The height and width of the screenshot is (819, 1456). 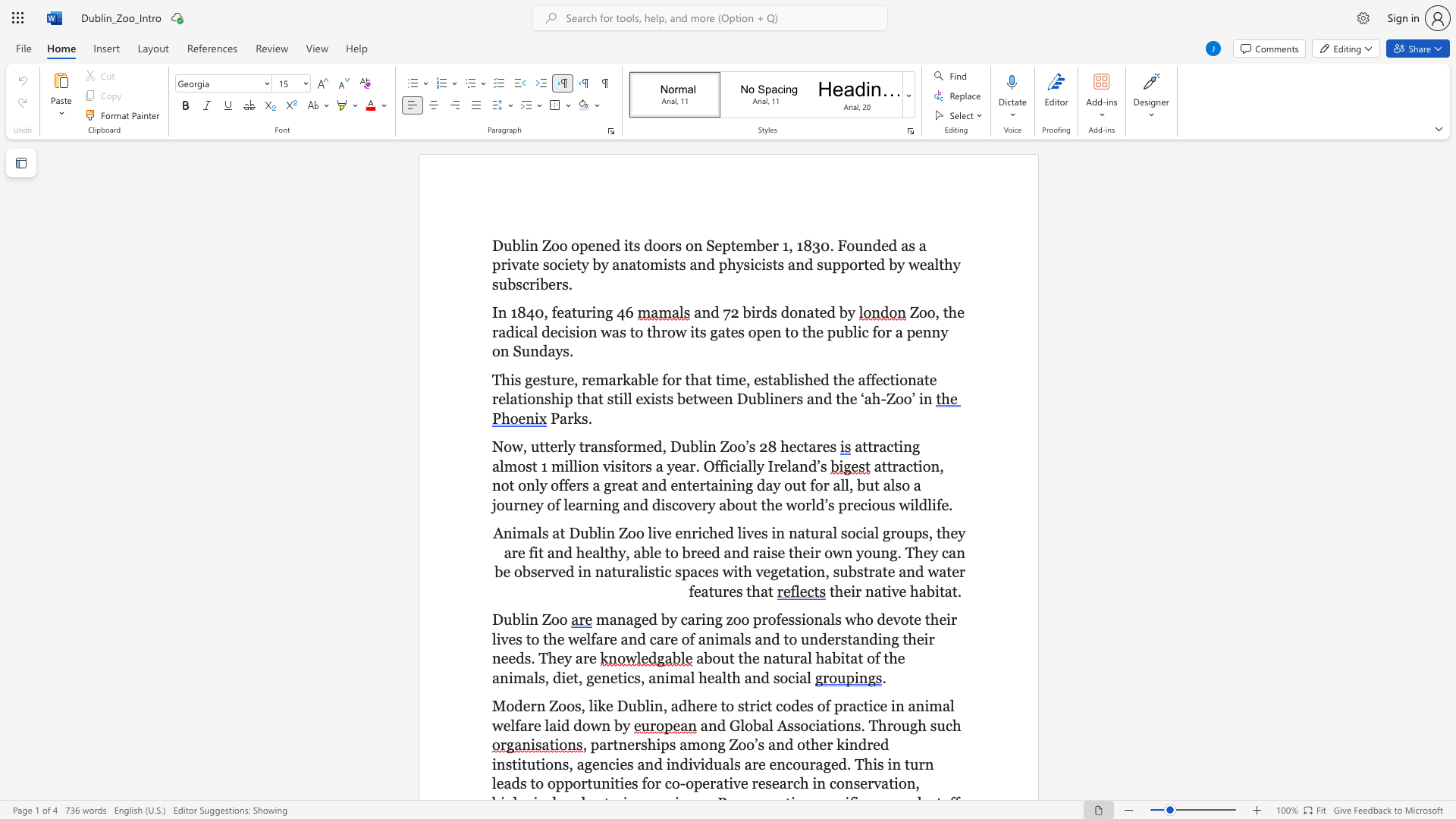 What do you see at coordinates (500, 351) in the screenshot?
I see `the subset text "n Sundays" within the text "Zoo, the radical decision was to throw its gates open to the public for a penny on Sundays."` at bounding box center [500, 351].